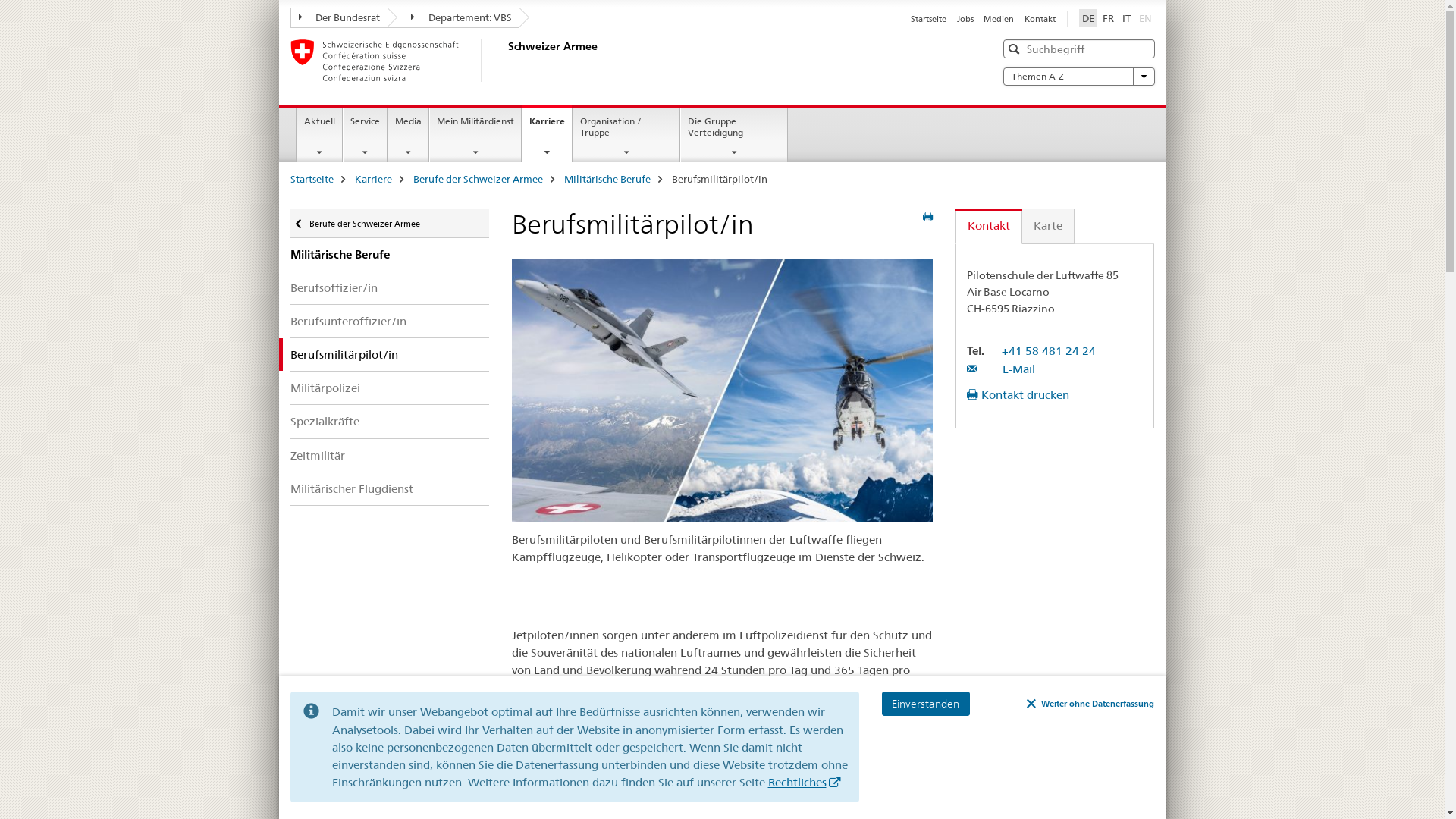 Image resolution: width=1456 pixels, height=819 pixels. What do you see at coordinates (1126, 17) in the screenshot?
I see `'IT'` at bounding box center [1126, 17].